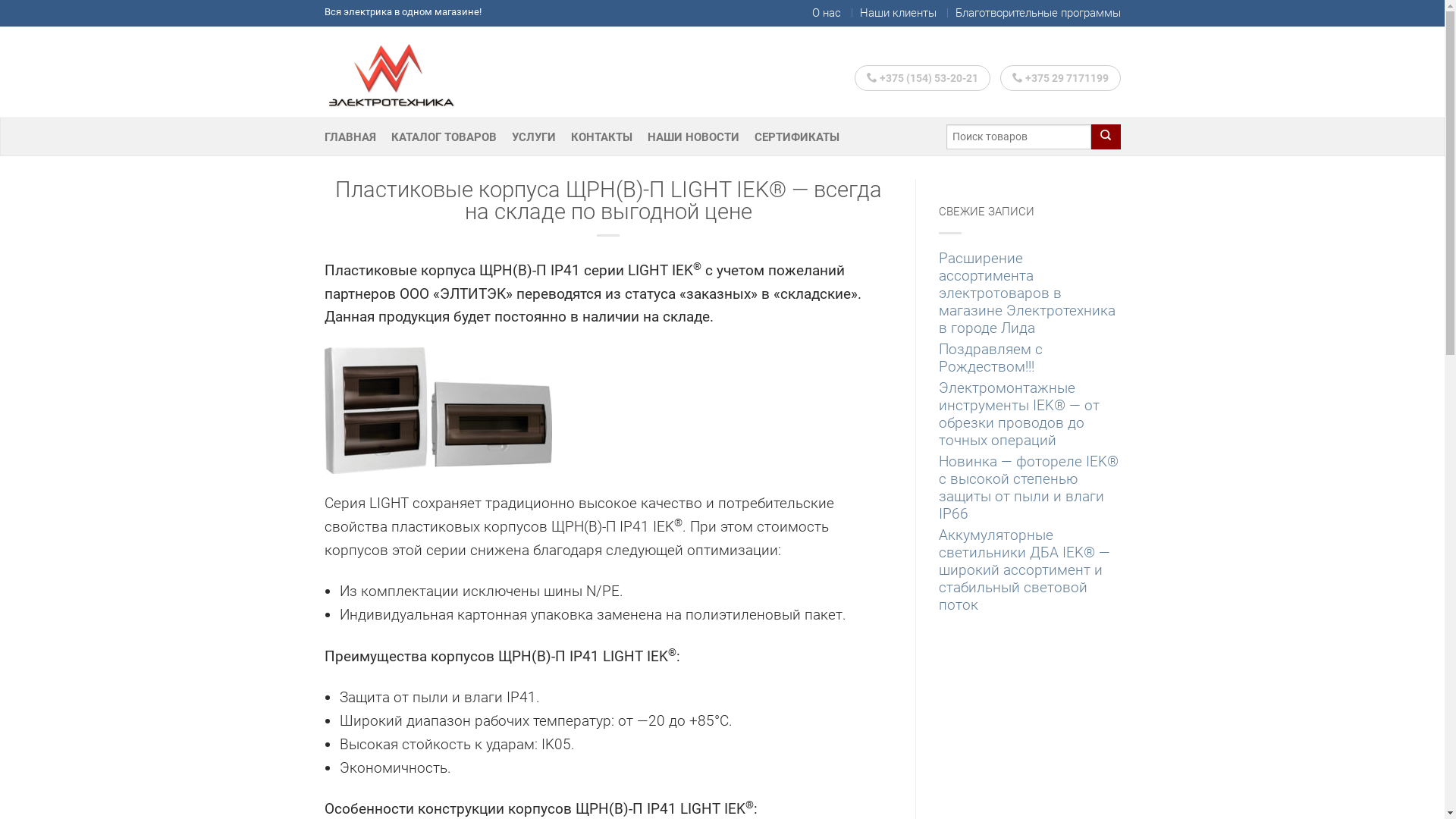  Describe the element at coordinates (400, 72) in the screenshot. I see `'electrotehnika.by - '` at that location.